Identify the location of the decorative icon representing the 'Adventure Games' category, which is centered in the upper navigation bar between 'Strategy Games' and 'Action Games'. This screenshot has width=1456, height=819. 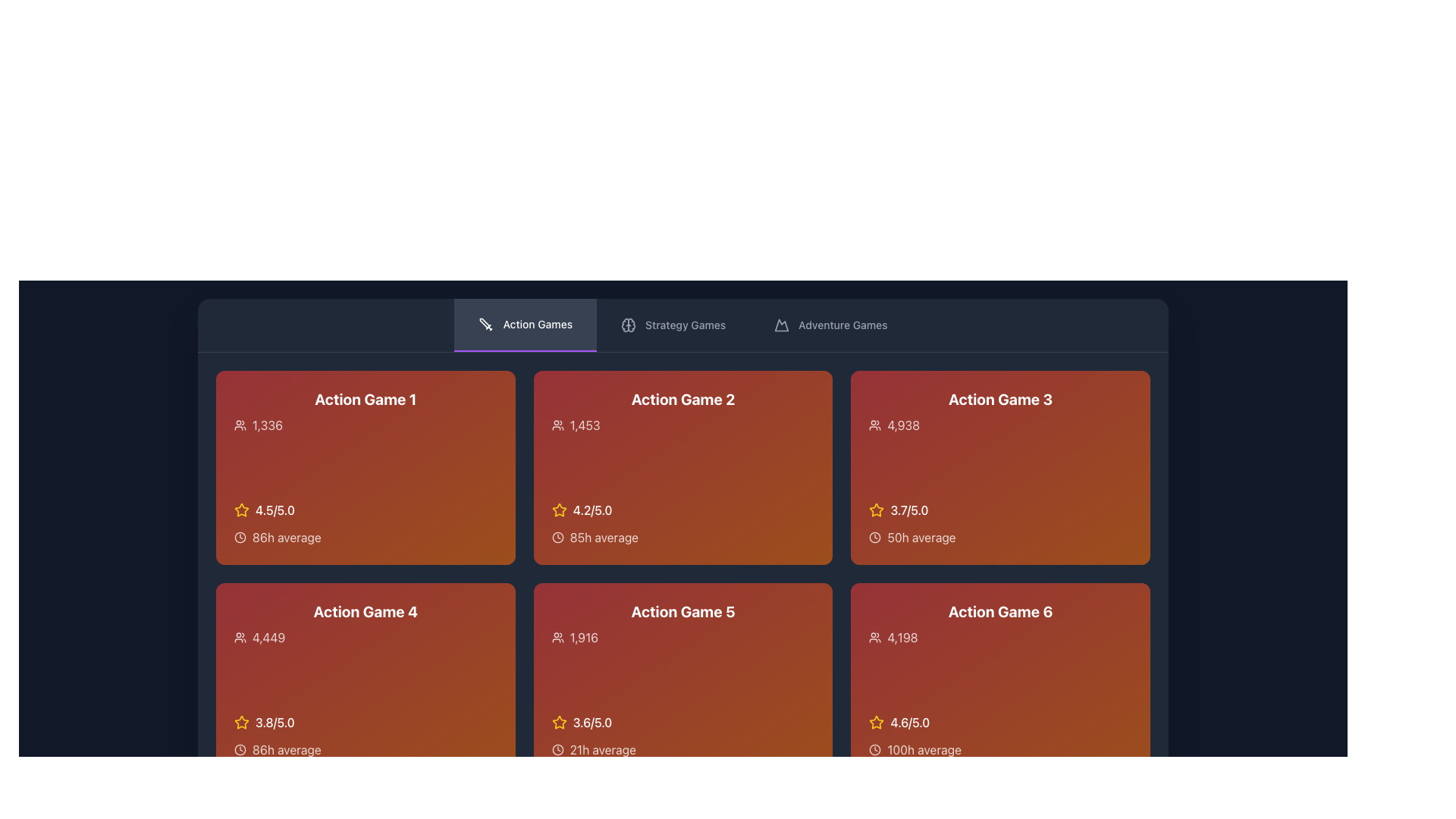
(782, 324).